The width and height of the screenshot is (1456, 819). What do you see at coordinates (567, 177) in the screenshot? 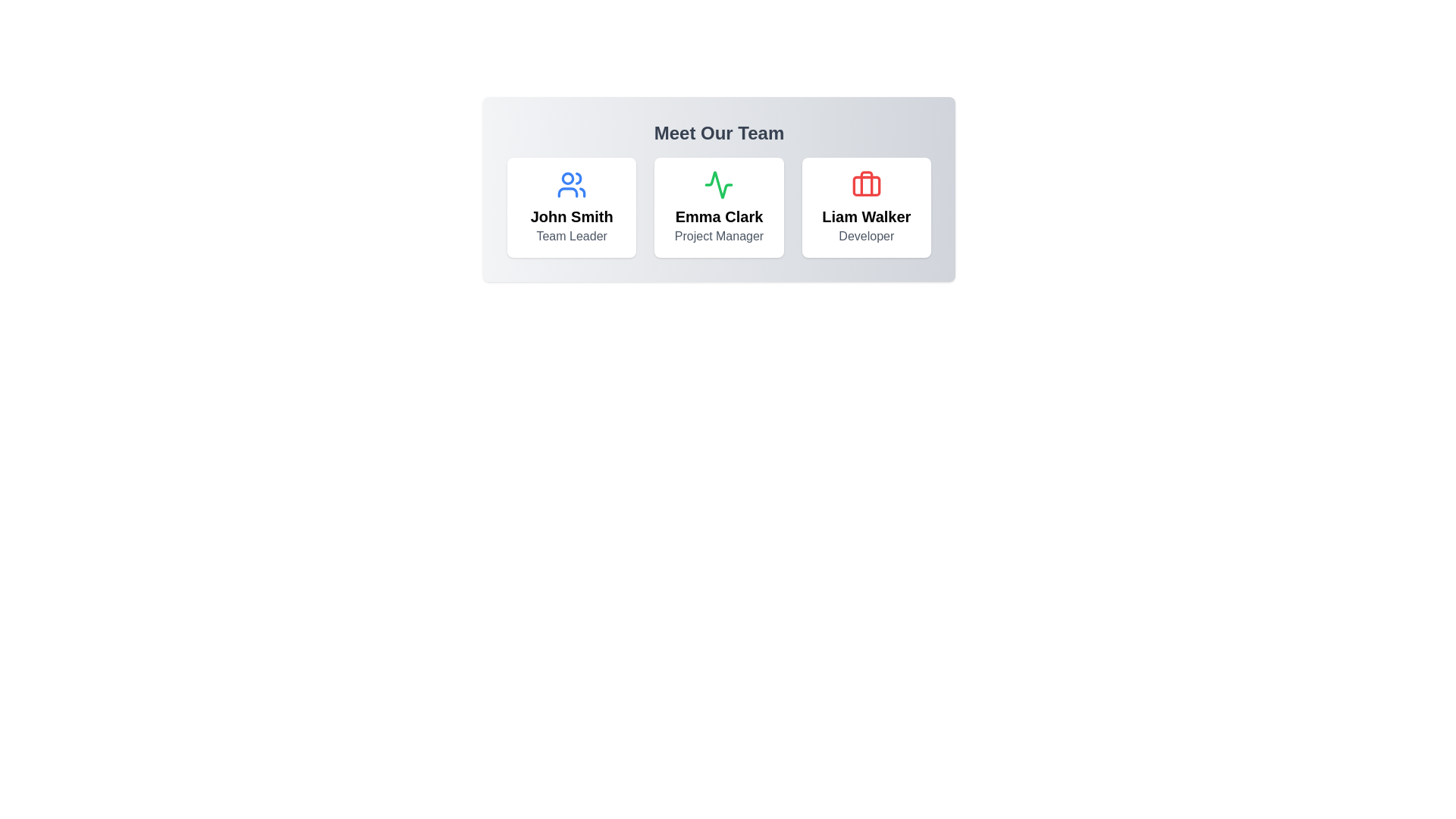
I see `the small blue circular icon representing the leftmost person in the group illustration, located above the text 'John Smith' and 'Team Leader'` at bounding box center [567, 177].